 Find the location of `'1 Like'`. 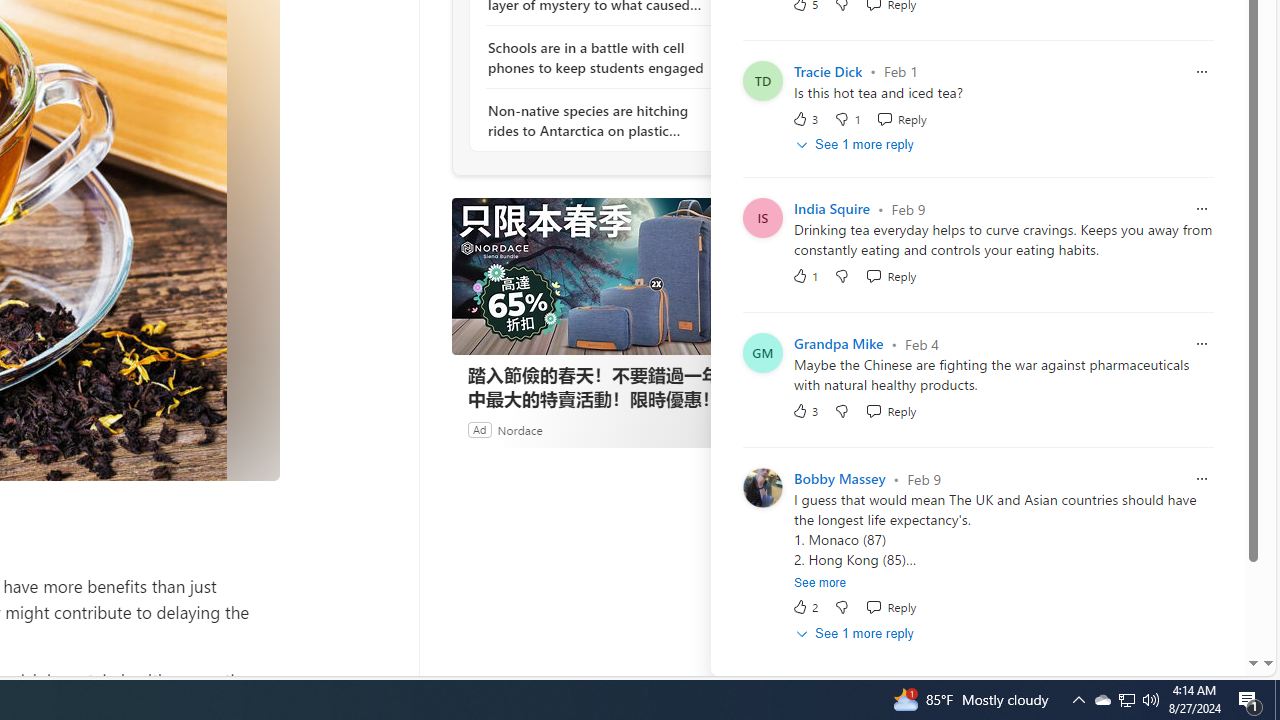

'1 Like' is located at coordinates (805, 276).